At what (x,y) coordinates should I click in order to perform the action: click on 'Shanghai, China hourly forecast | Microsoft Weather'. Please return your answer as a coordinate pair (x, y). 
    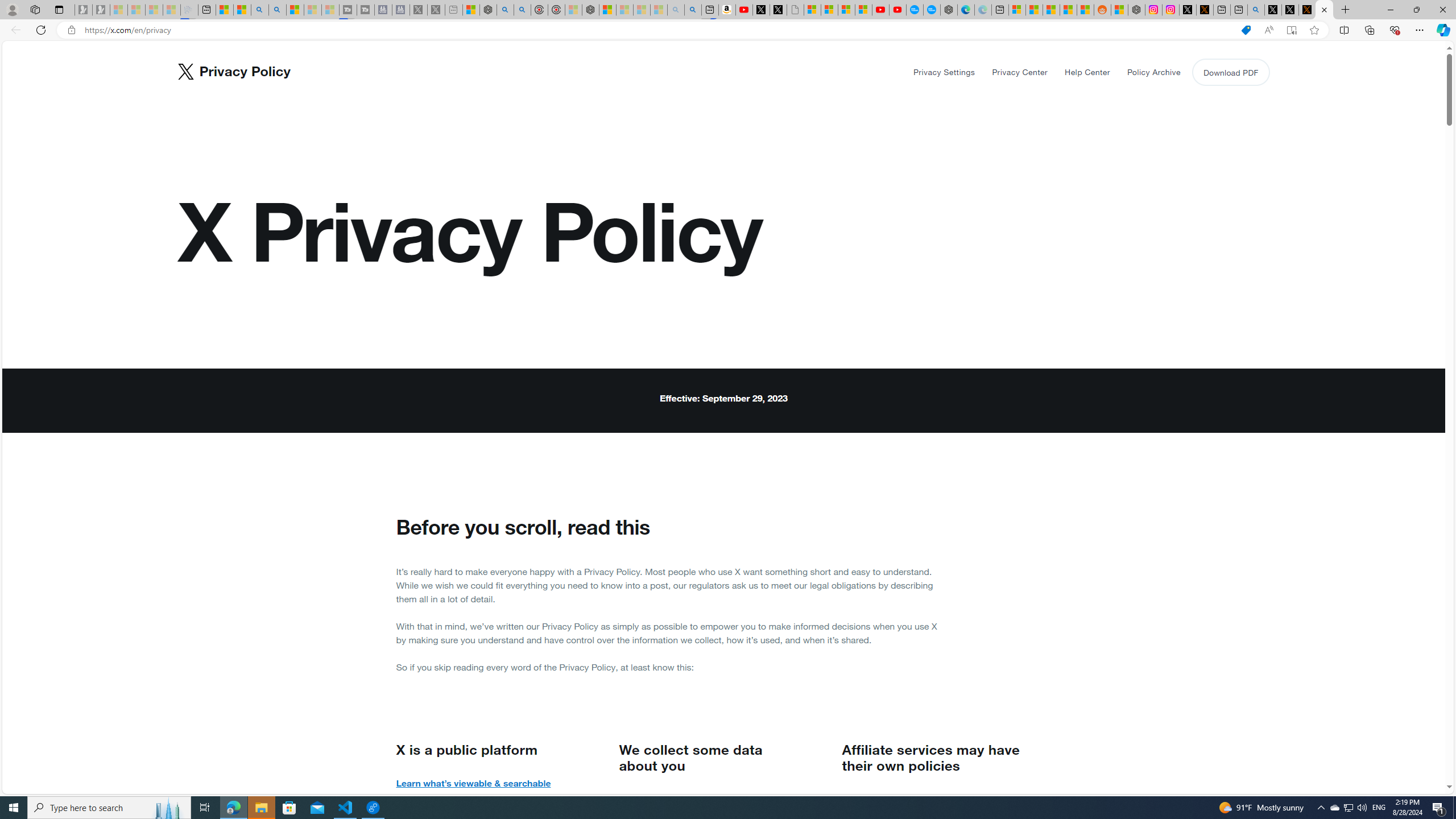
    Looking at the image, I should click on (1050, 9).